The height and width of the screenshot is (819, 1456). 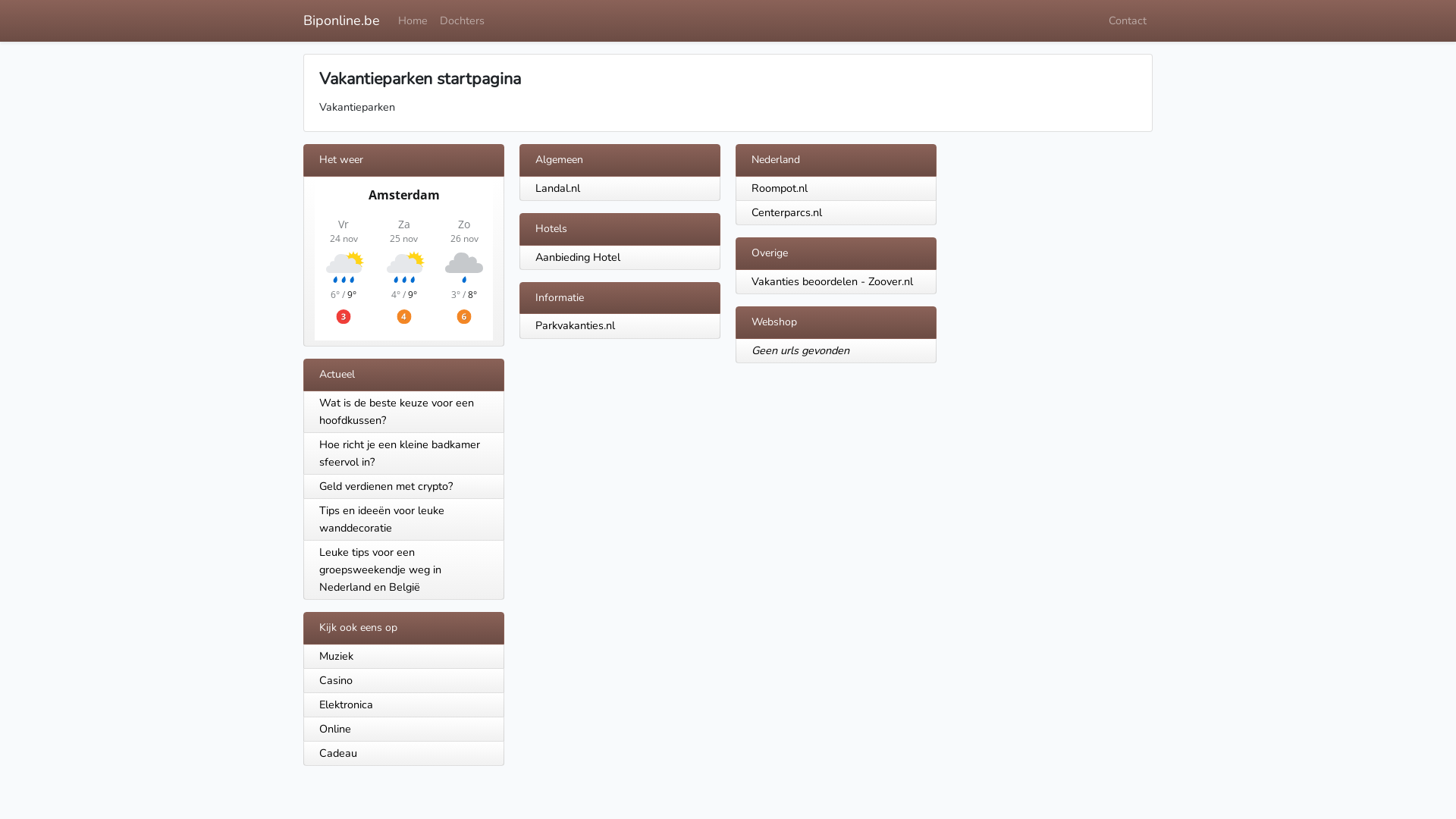 I want to click on 'Elektronica', so click(x=403, y=704).